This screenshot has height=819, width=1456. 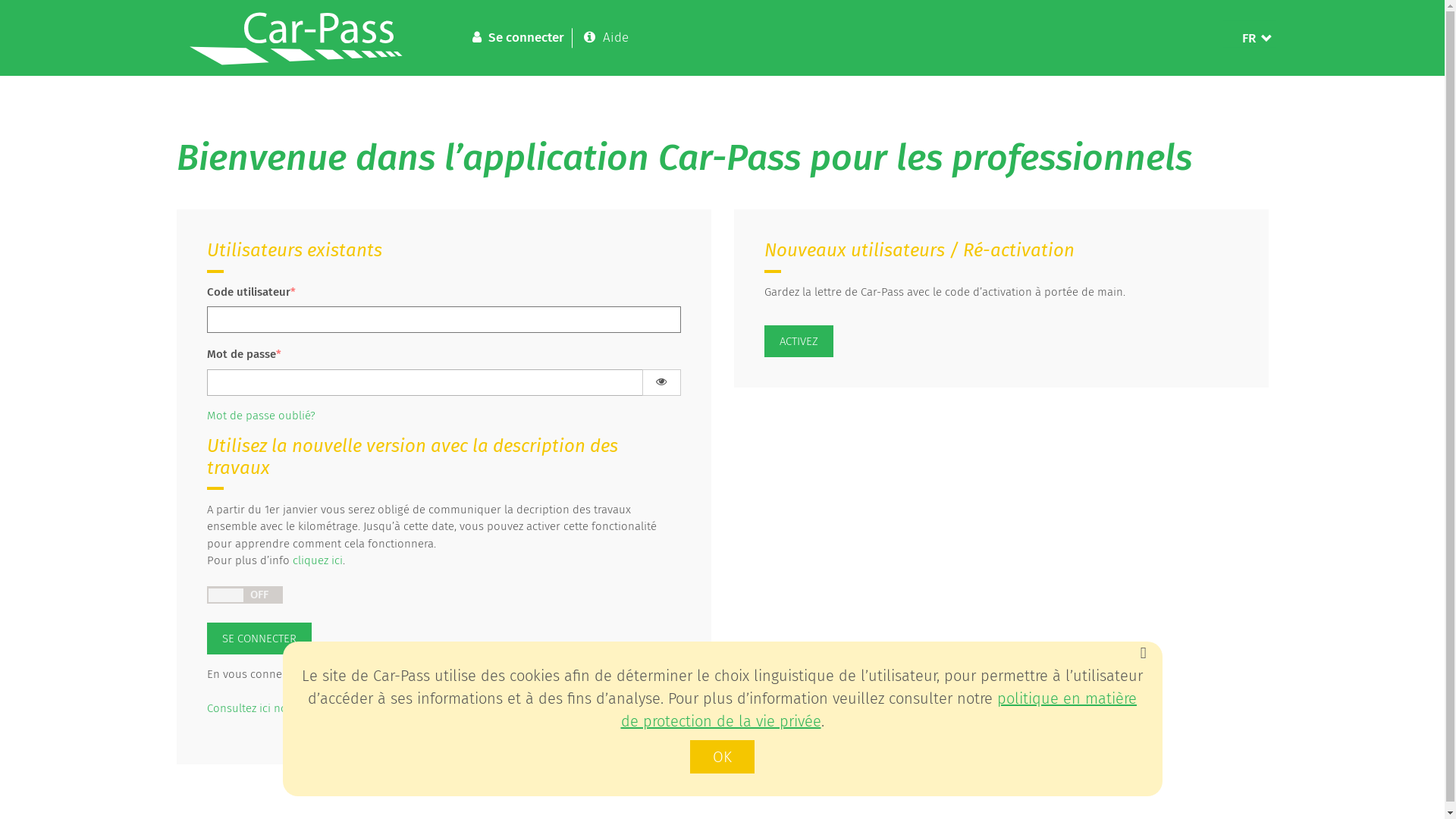 What do you see at coordinates (258, 638) in the screenshot?
I see `'SE CONNECTER'` at bounding box center [258, 638].